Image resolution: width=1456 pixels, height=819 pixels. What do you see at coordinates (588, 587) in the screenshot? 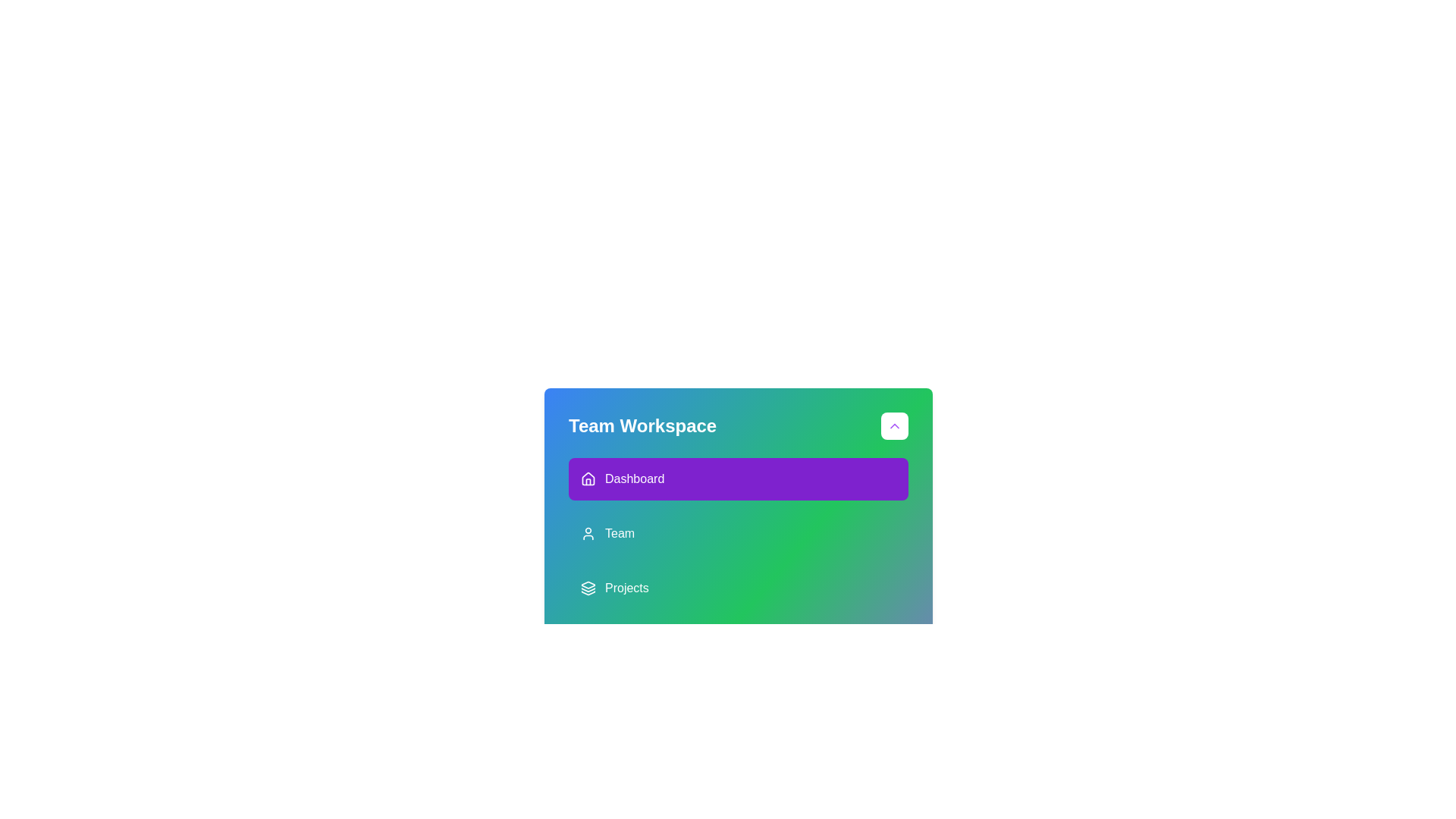
I see `the 'Projects' icon located at the top left of the 'Projects' label in the sidebar menu` at bounding box center [588, 587].